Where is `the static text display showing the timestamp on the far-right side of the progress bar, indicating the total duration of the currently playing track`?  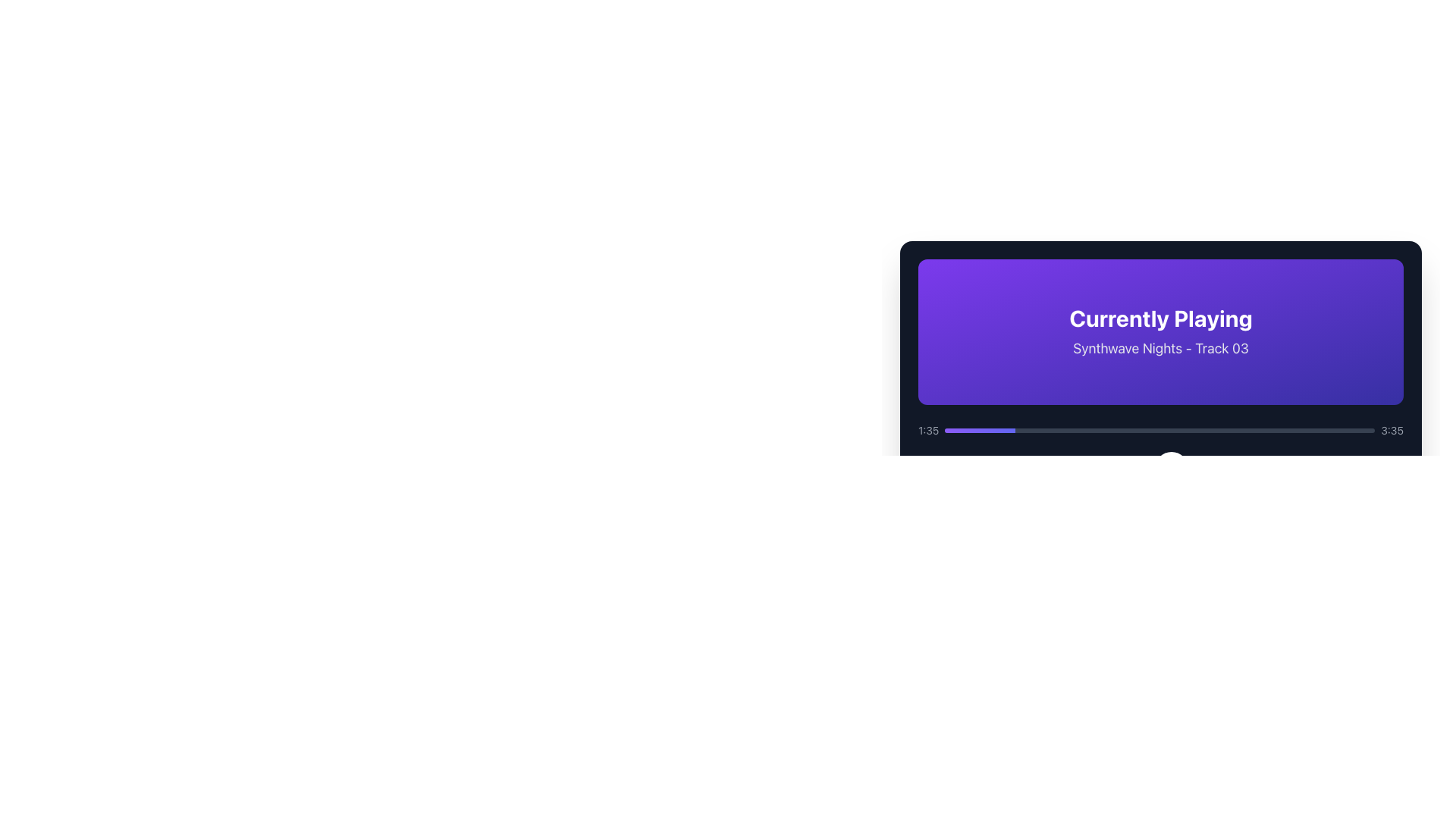
the static text display showing the timestamp on the far-right side of the progress bar, indicating the total duration of the currently playing track is located at coordinates (1392, 430).